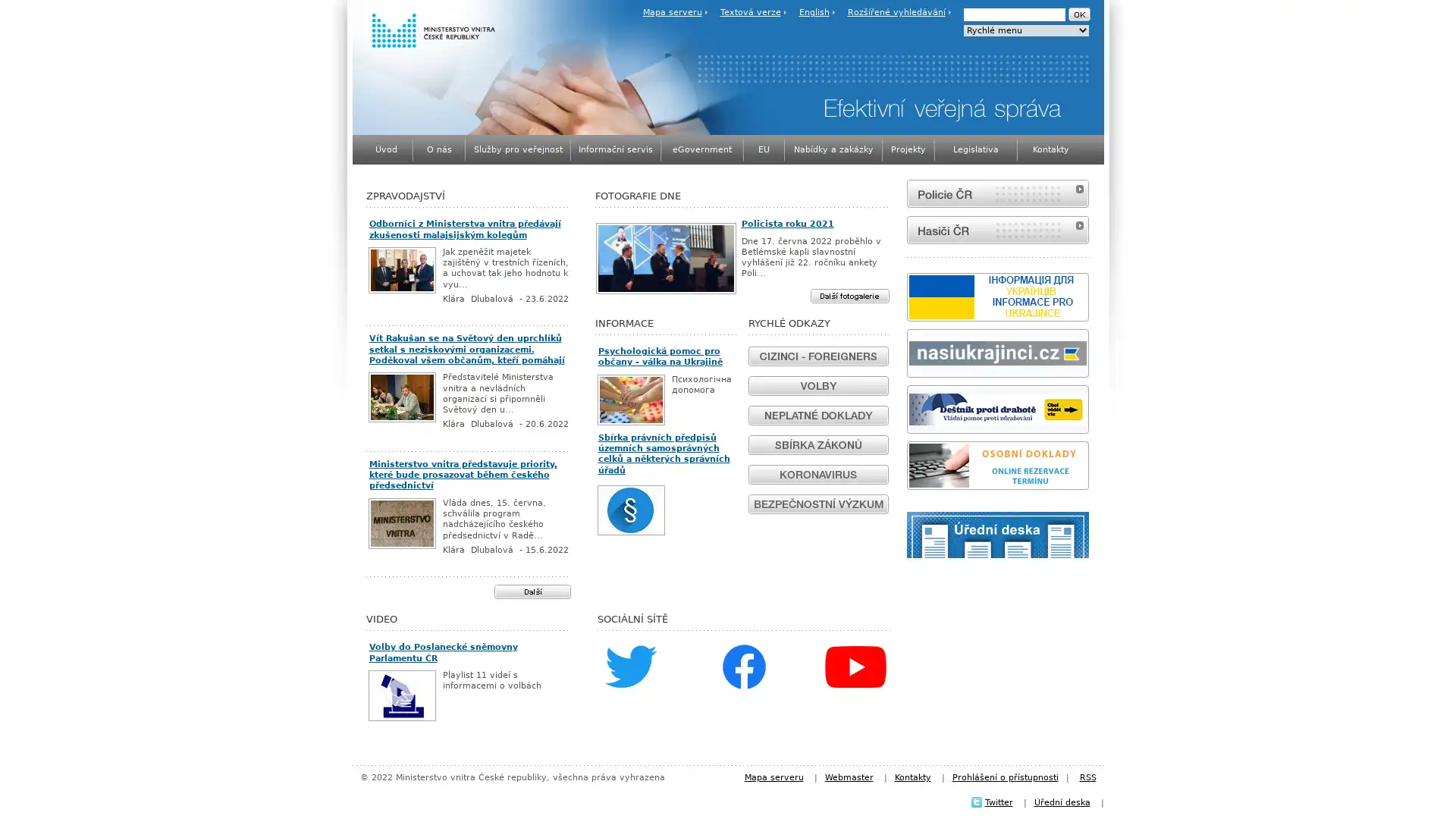 The height and width of the screenshot is (819, 1456). Describe the element at coordinates (1078, 14) in the screenshot. I see `ok` at that location.